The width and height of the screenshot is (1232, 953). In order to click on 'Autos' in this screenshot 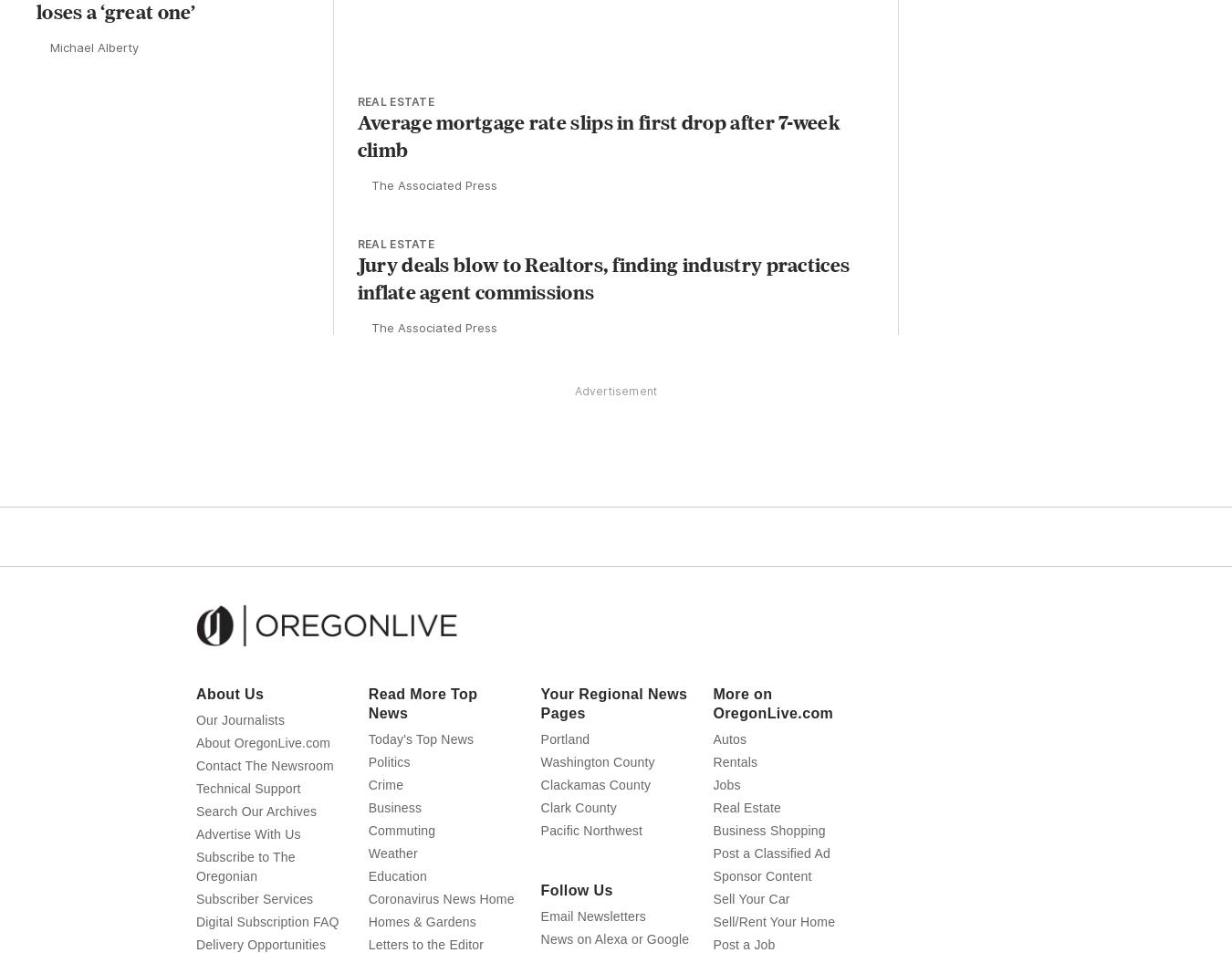, I will do `click(729, 773)`.